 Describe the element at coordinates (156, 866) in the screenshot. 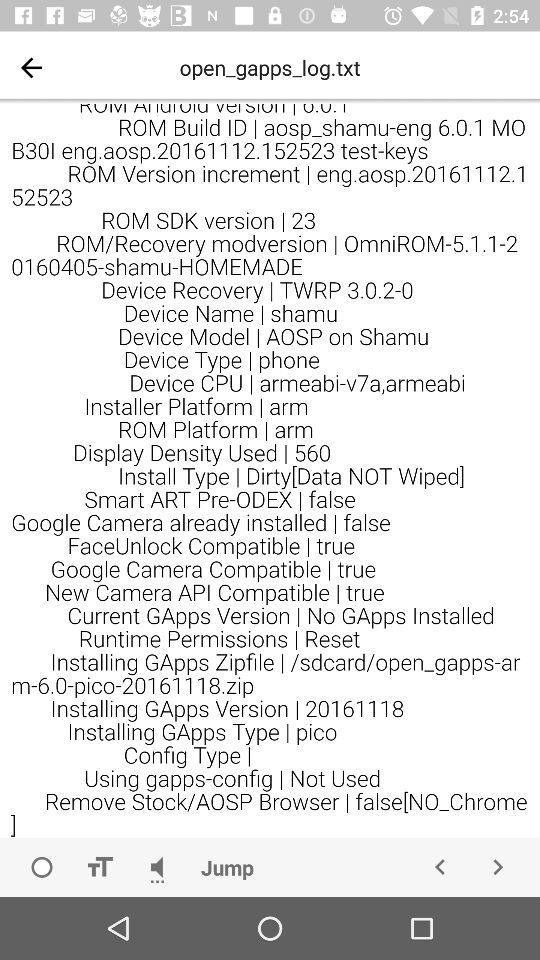

I see `the volume icon` at that location.